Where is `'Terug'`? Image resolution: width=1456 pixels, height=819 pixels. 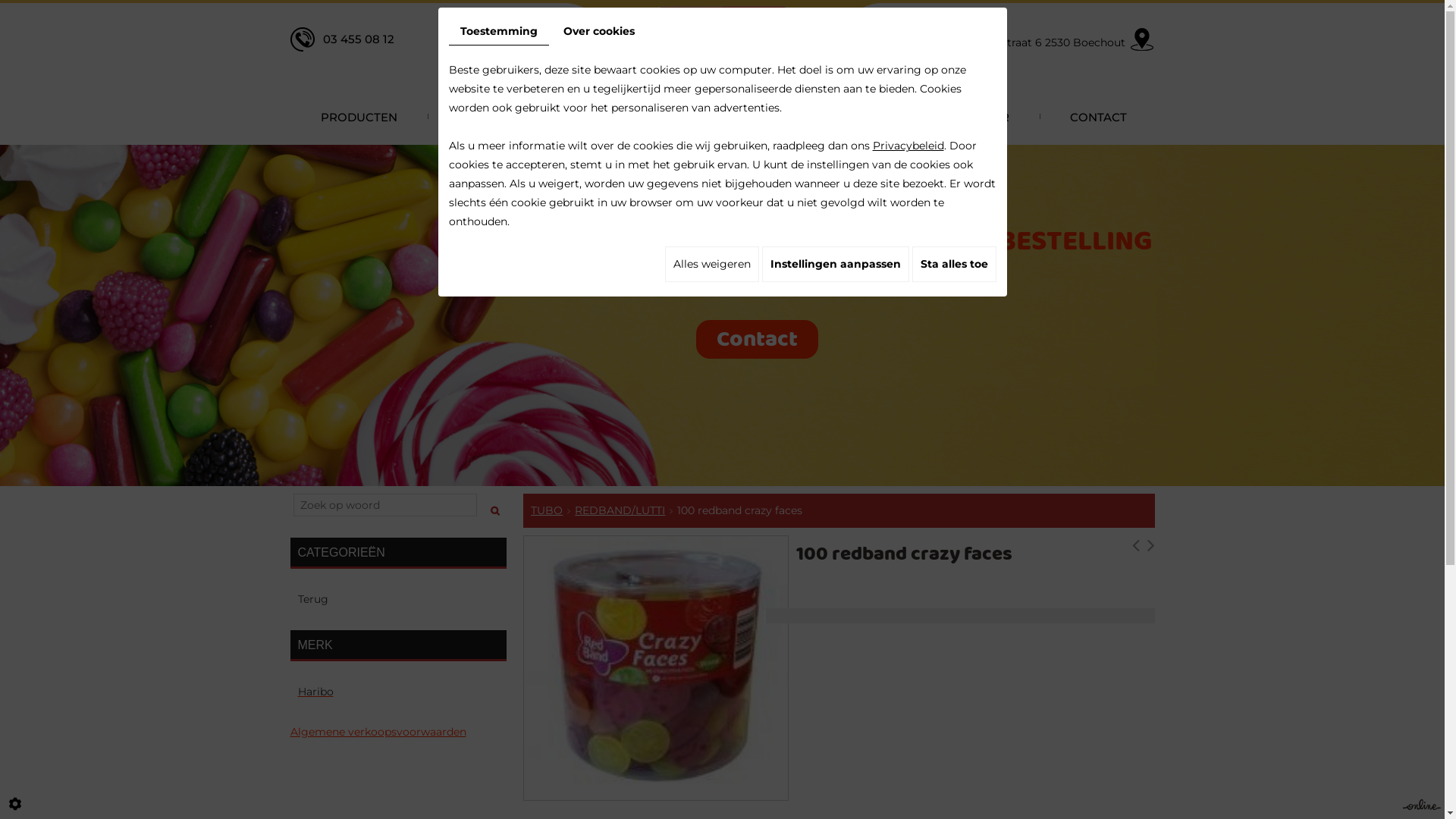 'Terug' is located at coordinates (397, 598).